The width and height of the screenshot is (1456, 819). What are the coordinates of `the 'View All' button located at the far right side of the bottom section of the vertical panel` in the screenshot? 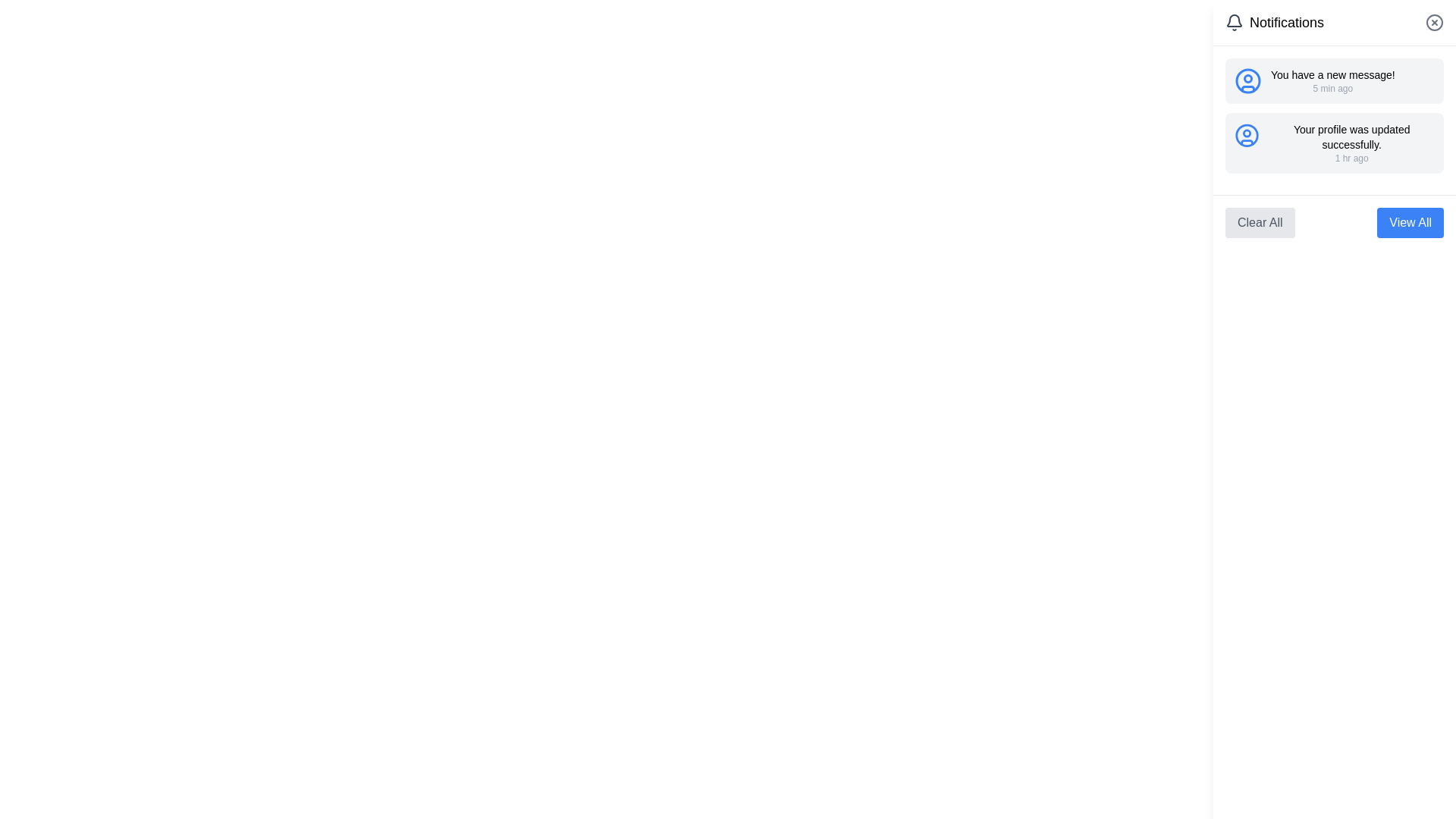 It's located at (1410, 222).